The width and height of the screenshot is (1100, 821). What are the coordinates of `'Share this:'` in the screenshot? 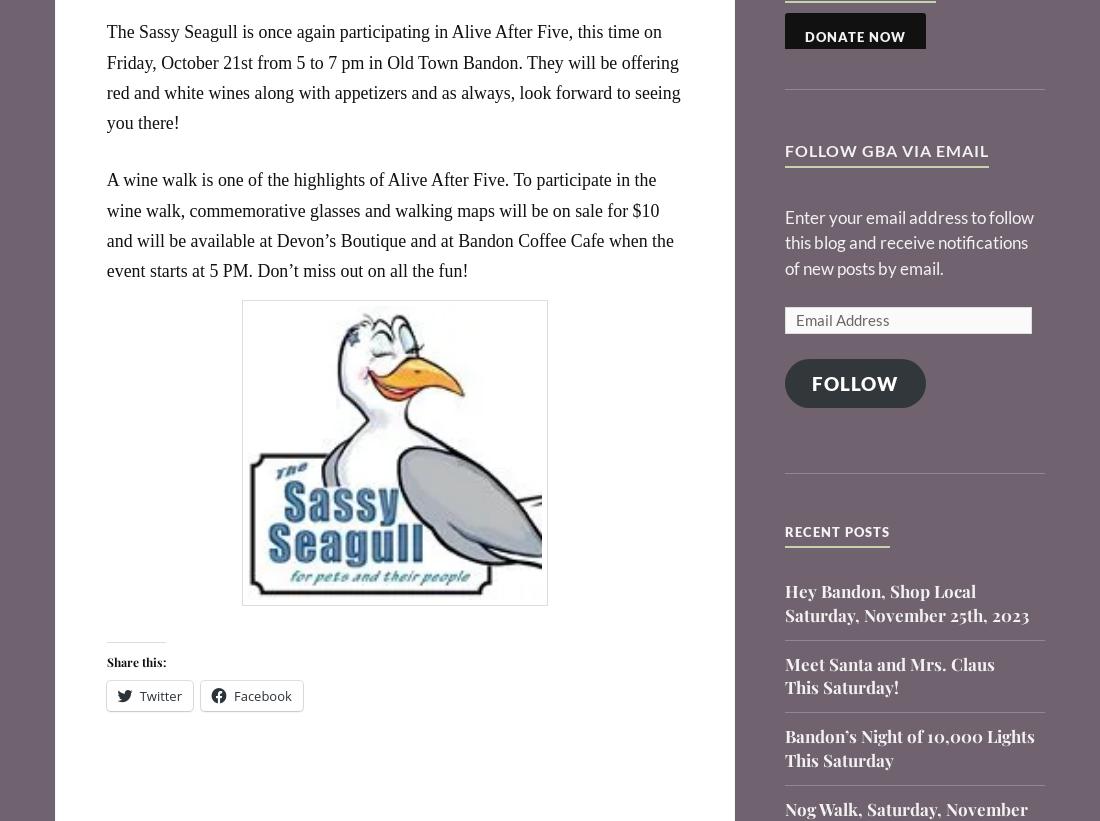 It's located at (135, 659).